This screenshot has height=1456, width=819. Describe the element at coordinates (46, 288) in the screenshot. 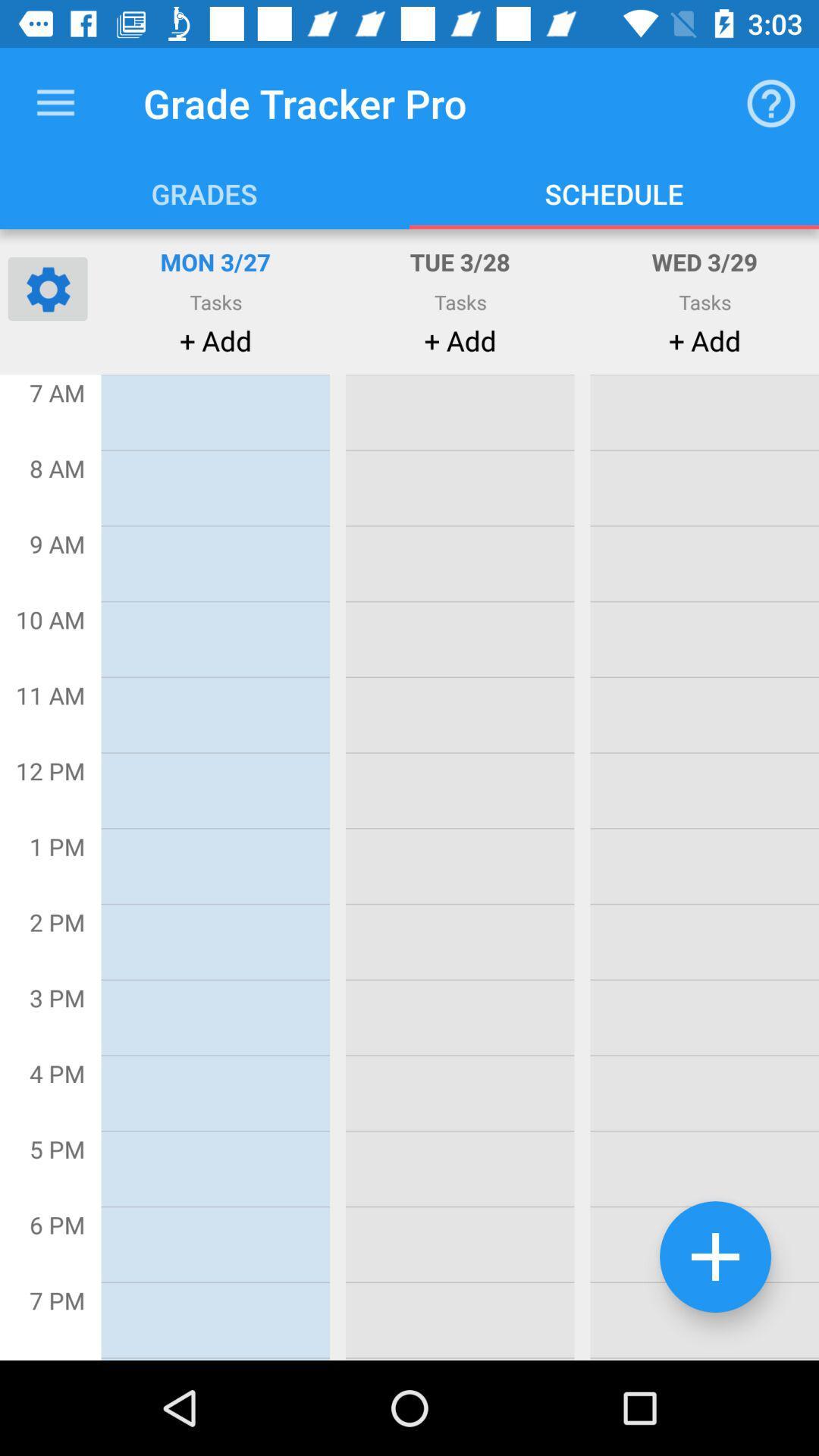

I see `the settings bar` at that location.